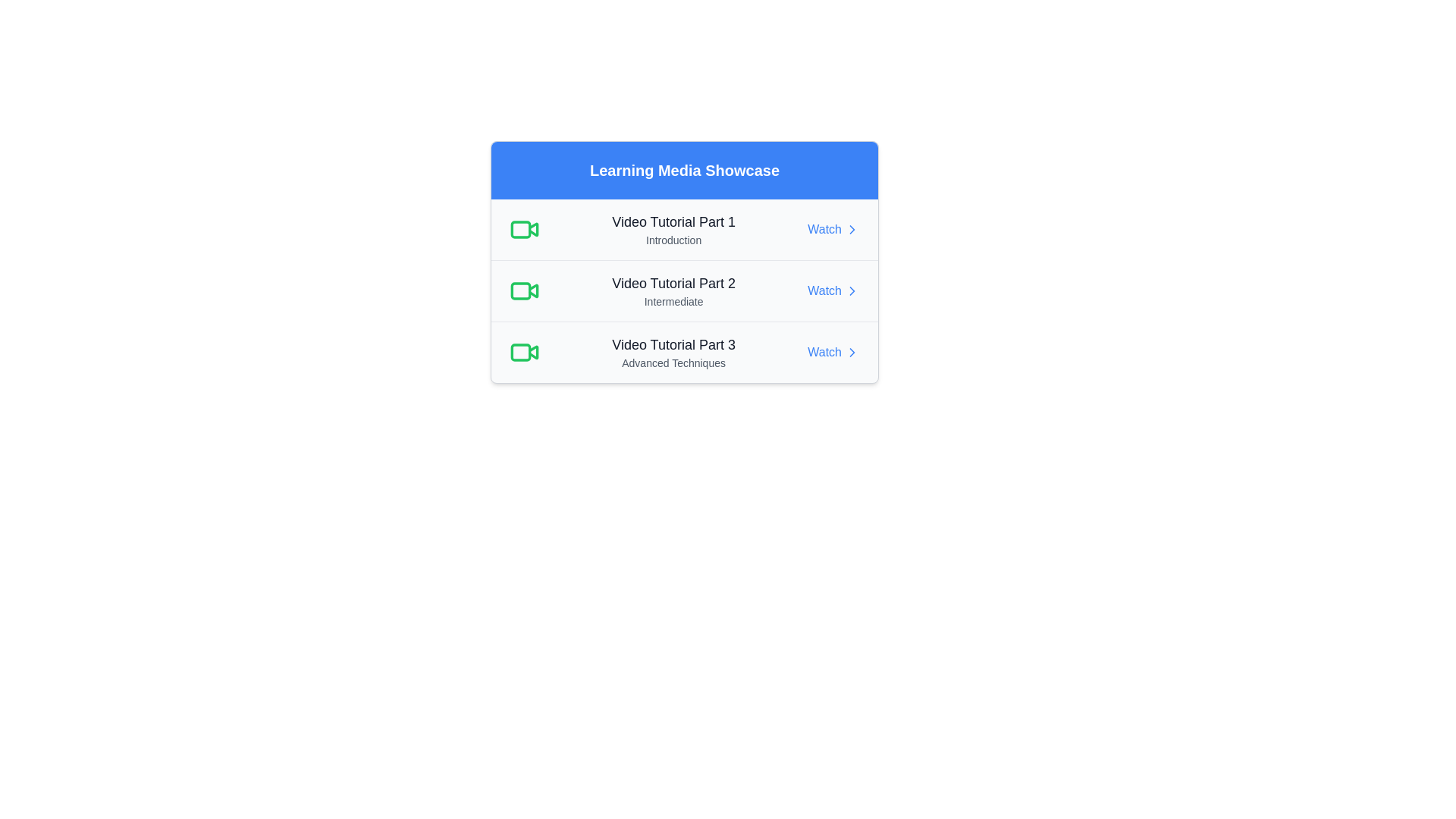 The height and width of the screenshot is (819, 1456). Describe the element at coordinates (524, 291) in the screenshot. I see `the green video camera icon located to the left of the text 'Video Tutorial Part 2' under the 'Learning Media Showcase' section` at that location.